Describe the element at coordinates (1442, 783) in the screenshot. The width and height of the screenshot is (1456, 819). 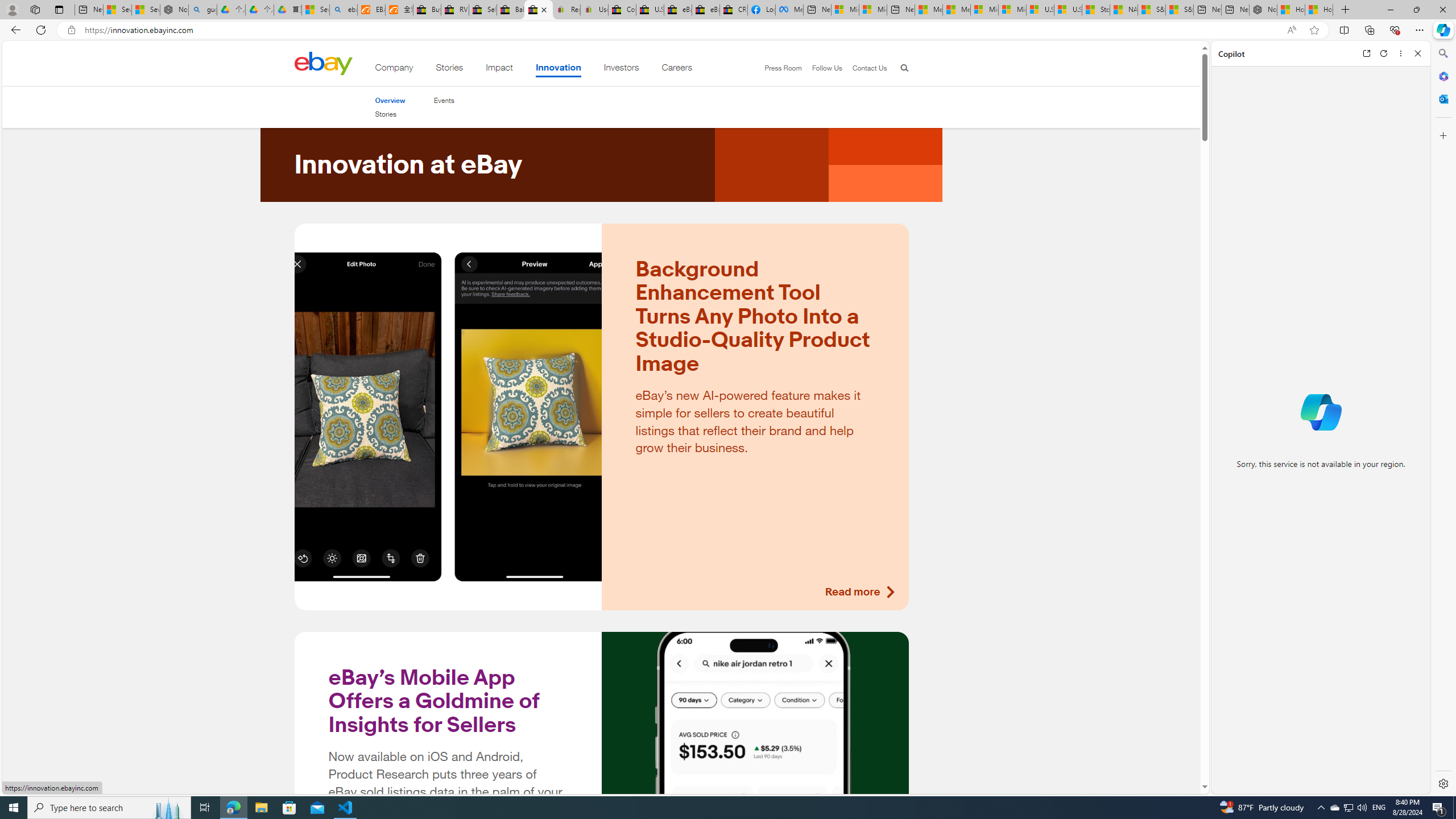
I see `'Settings'` at that location.